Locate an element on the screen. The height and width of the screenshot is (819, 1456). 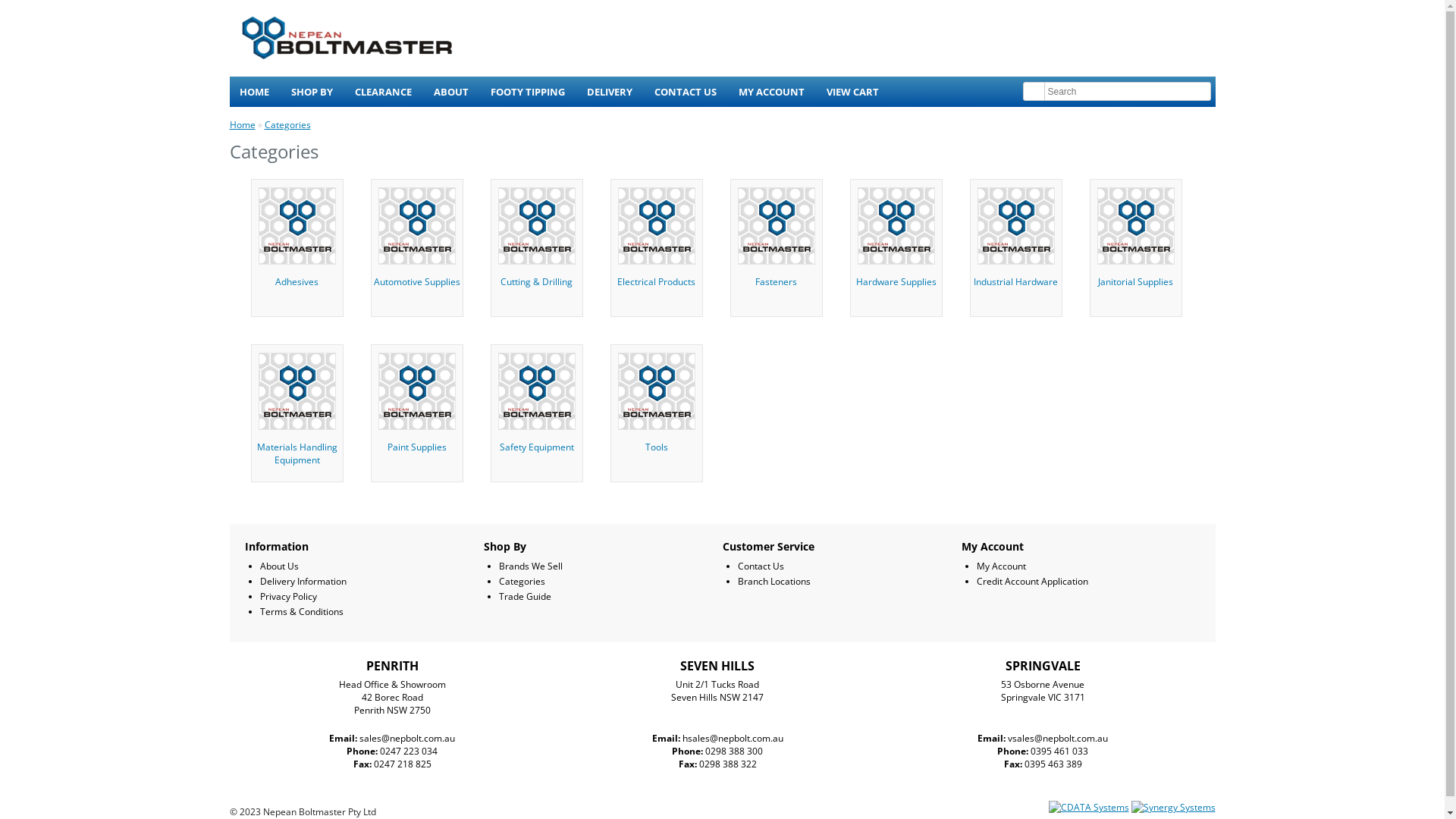
'Electrical Products' is located at coordinates (656, 242).